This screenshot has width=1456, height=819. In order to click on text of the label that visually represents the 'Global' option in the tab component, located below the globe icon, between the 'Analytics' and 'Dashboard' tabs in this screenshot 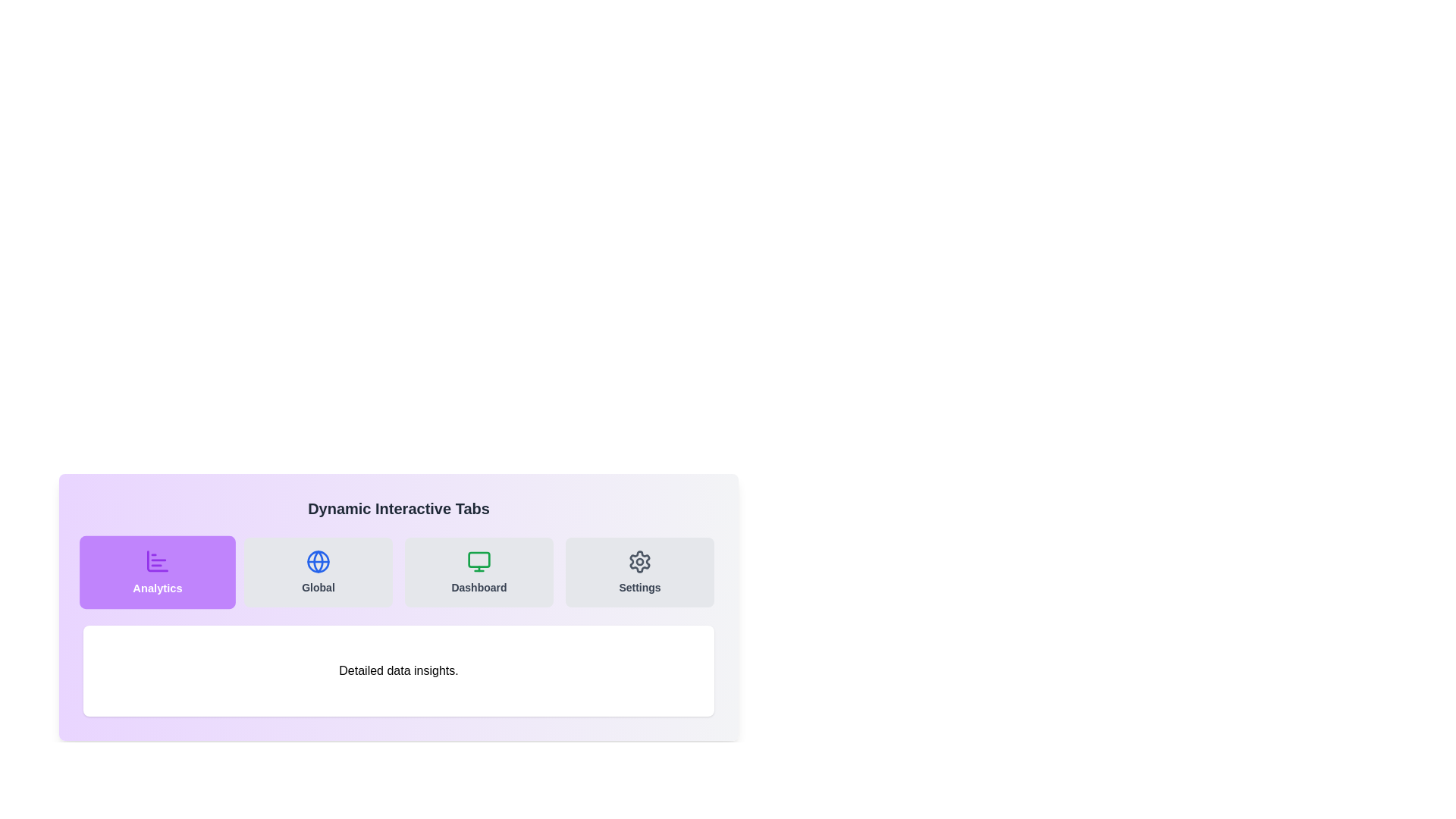, I will do `click(318, 587)`.